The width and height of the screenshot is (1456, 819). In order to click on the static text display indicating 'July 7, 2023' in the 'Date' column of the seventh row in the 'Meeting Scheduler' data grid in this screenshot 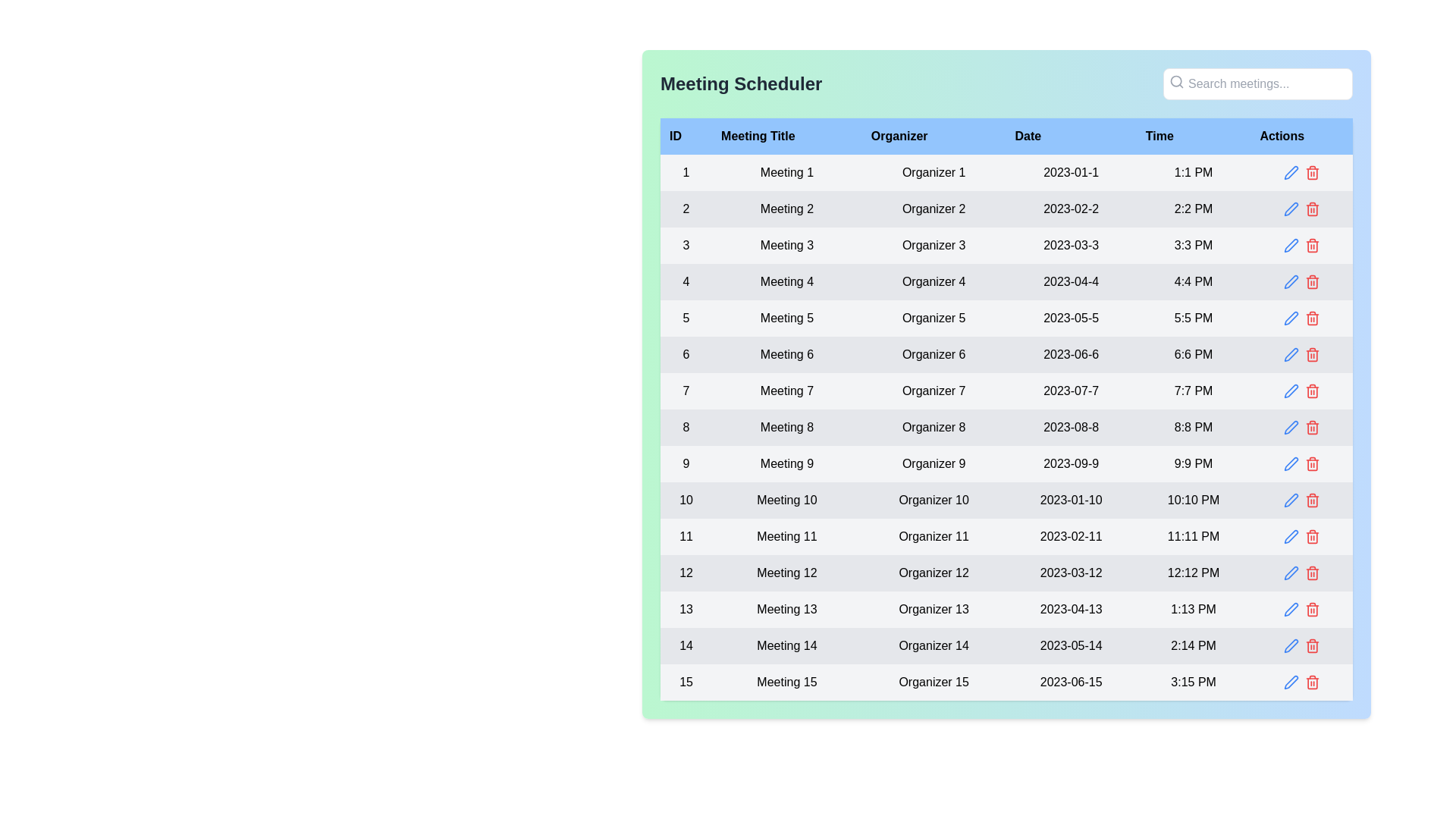, I will do `click(1070, 391)`.